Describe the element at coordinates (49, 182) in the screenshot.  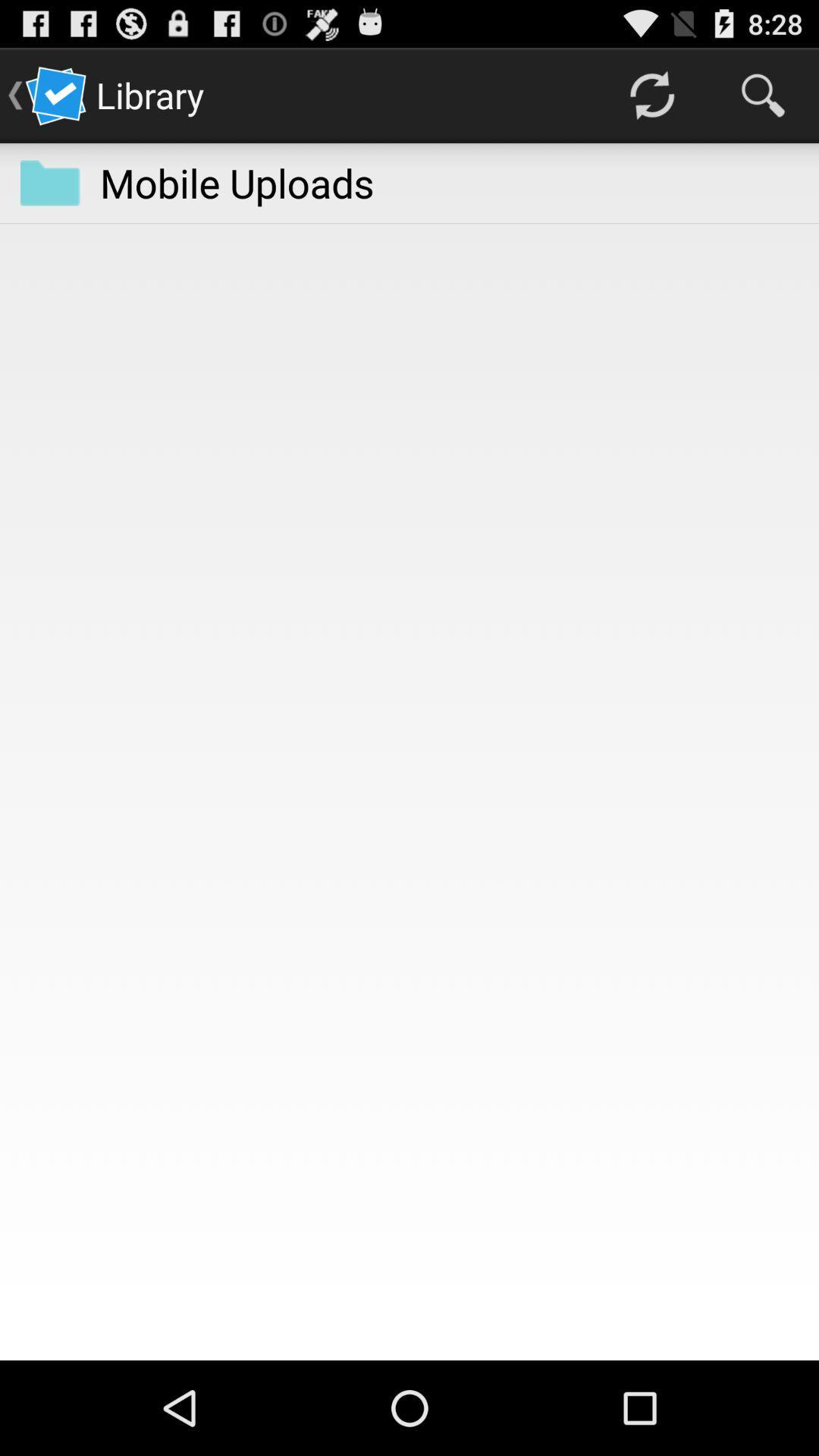
I see `item to the left of the mobile uploads item` at that location.